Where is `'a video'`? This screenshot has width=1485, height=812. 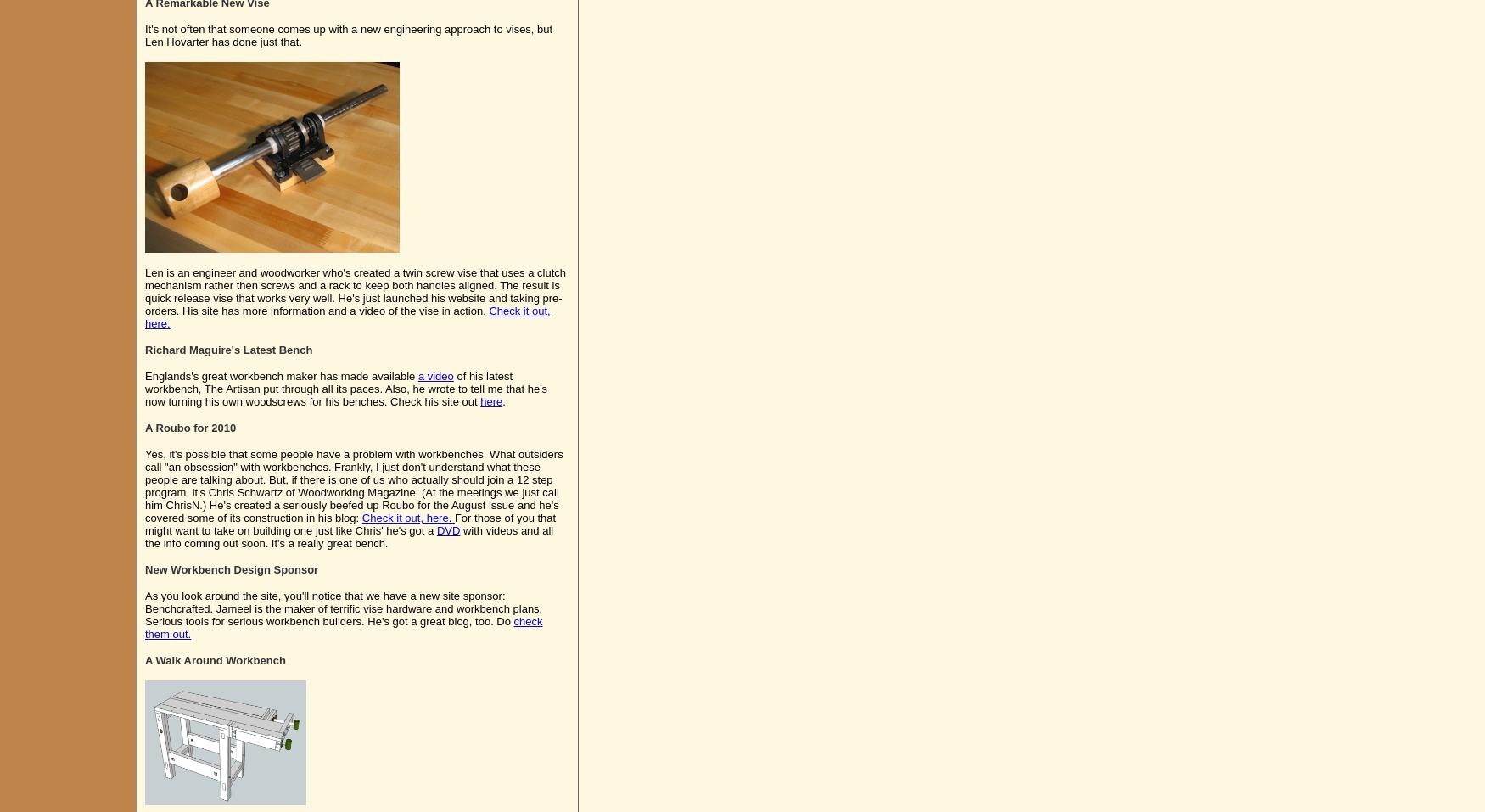 'a video' is located at coordinates (417, 375).